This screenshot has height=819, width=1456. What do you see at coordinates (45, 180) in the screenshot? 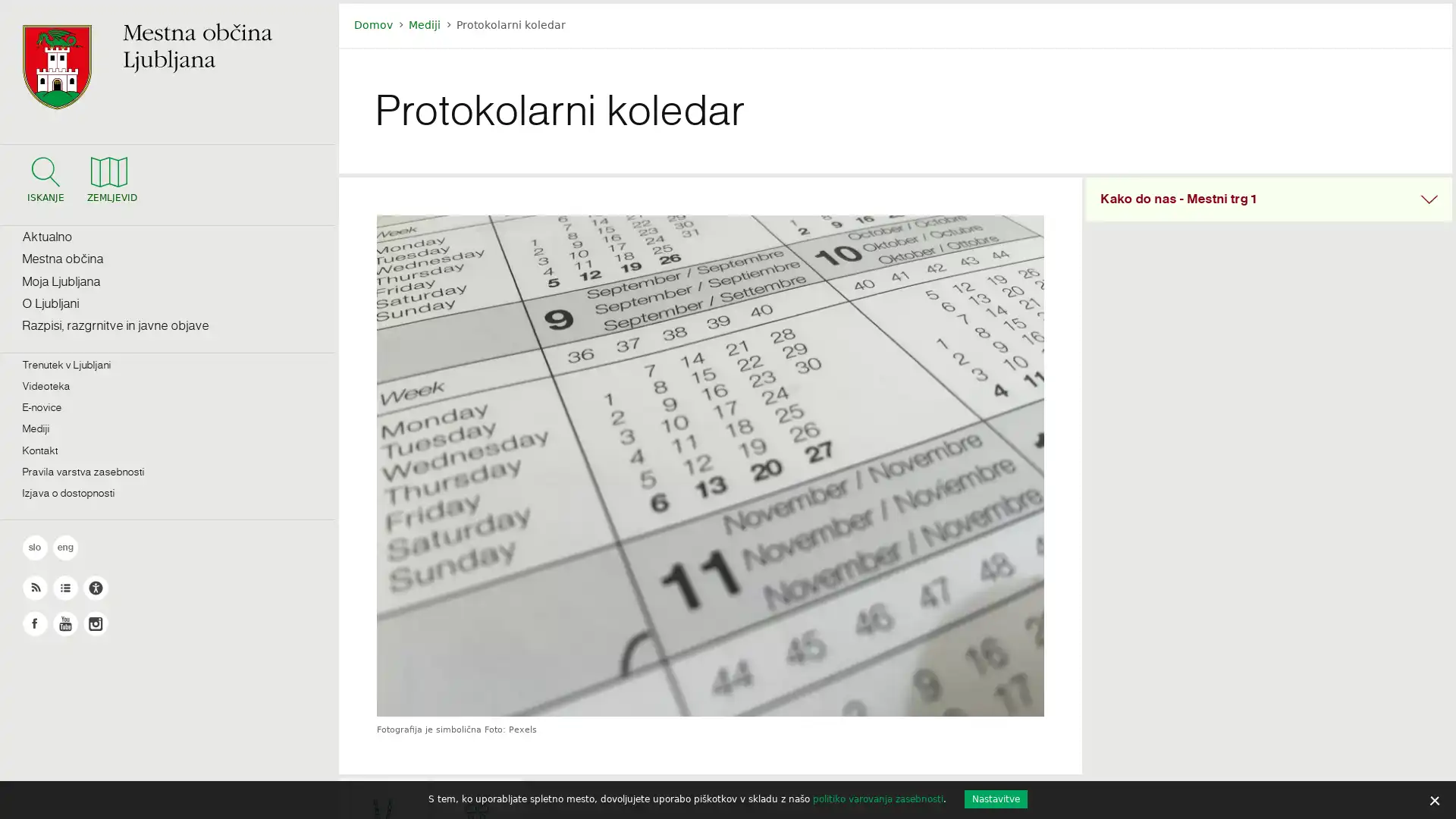
I see `Iskalnik` at bounding box center [45, 180].